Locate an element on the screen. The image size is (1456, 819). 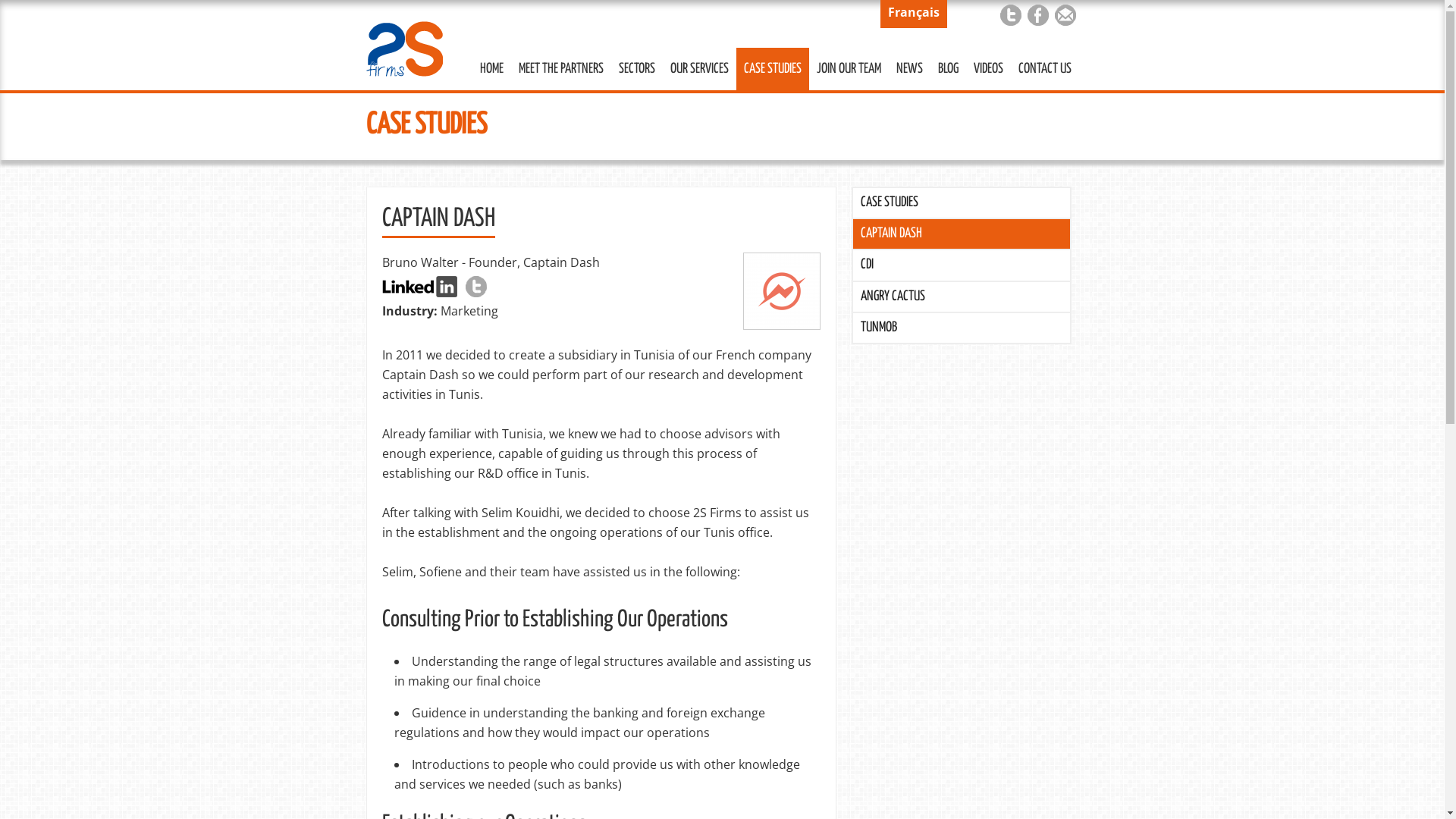
'CAPTAIN DASH' is located at coordinates (960, 234).